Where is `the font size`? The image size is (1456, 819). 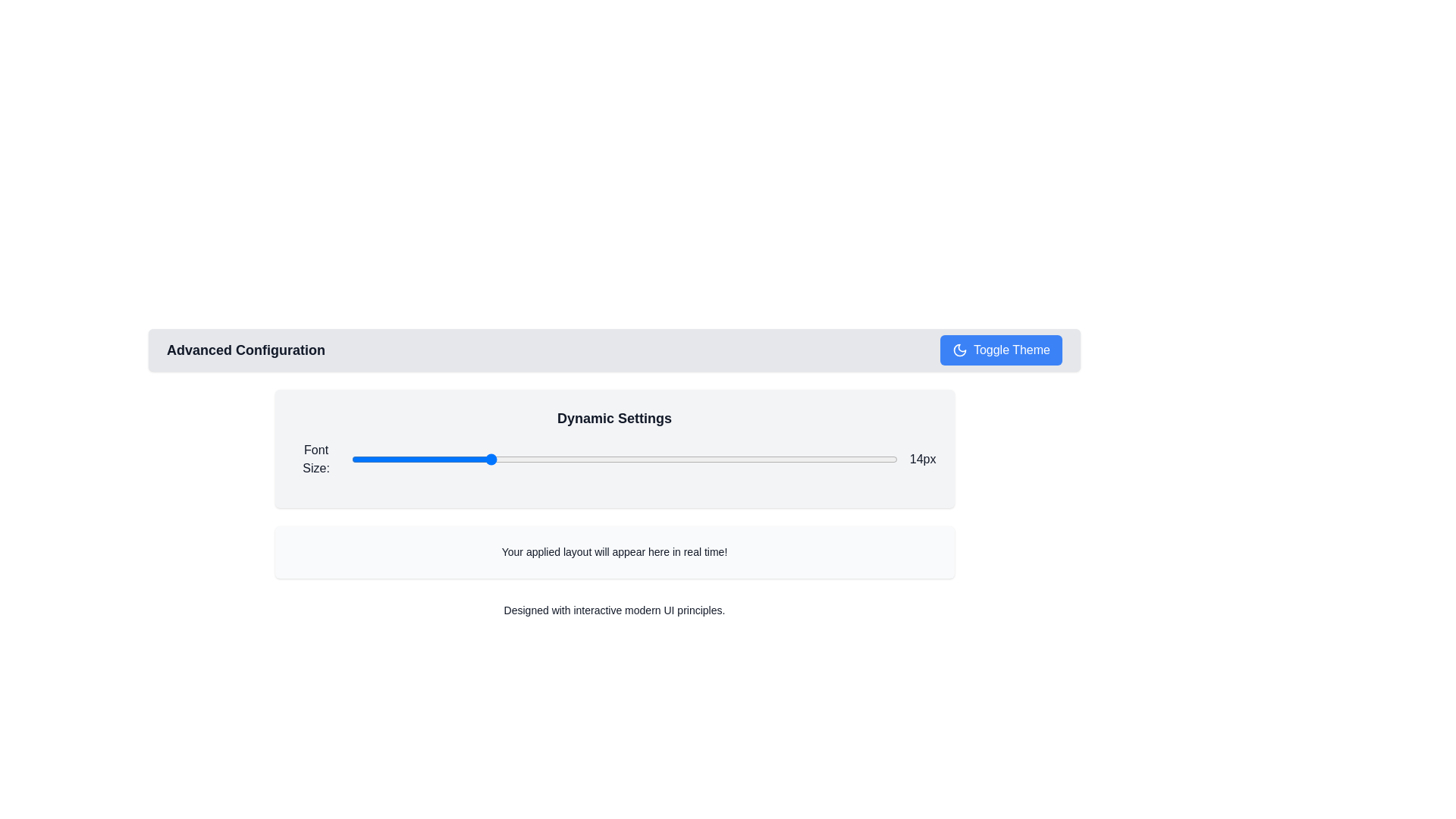
the font size is located at coordinates (350, 458).